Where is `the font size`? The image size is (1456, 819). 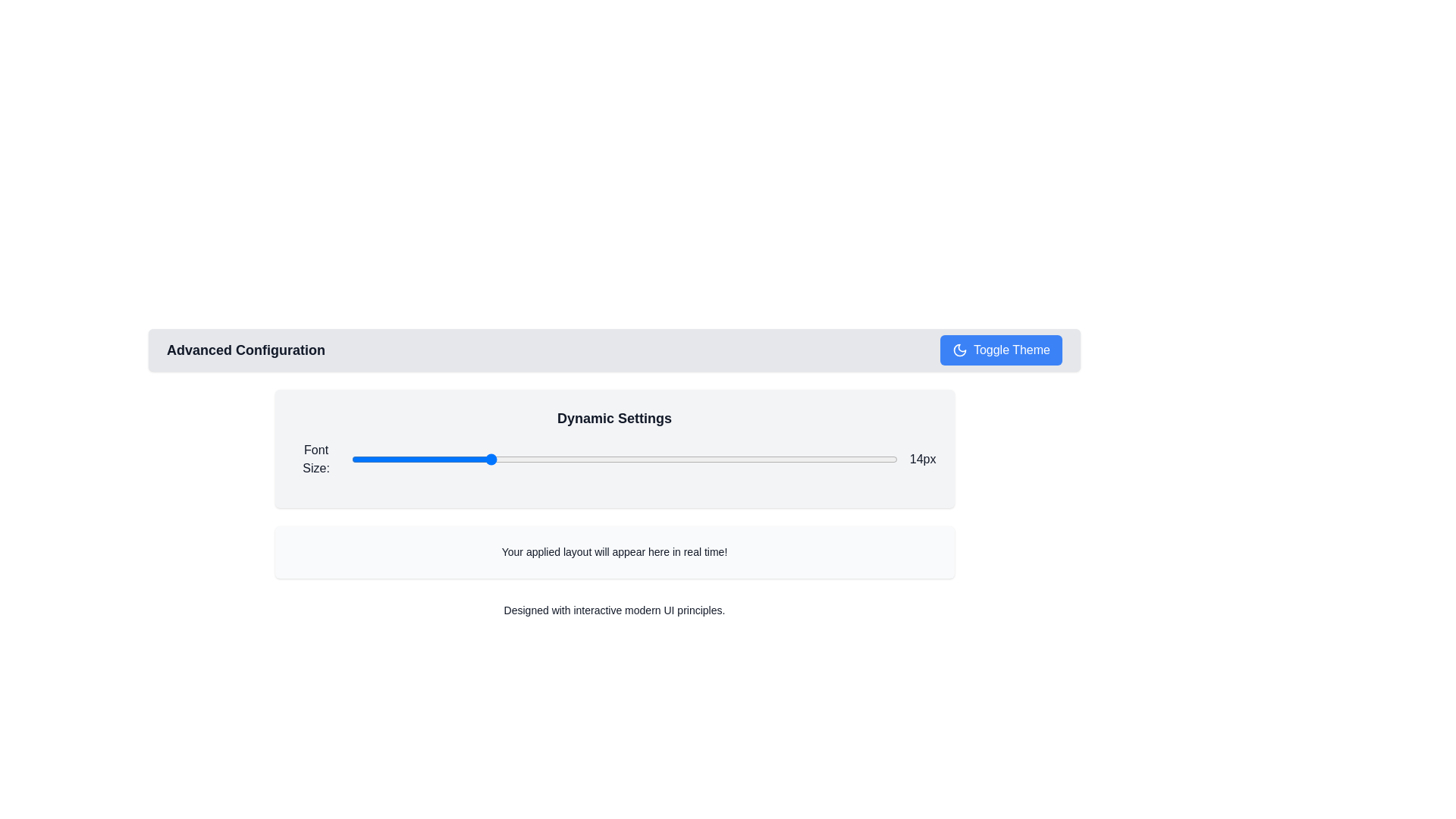
the font size is located at coordinates (350, 458).